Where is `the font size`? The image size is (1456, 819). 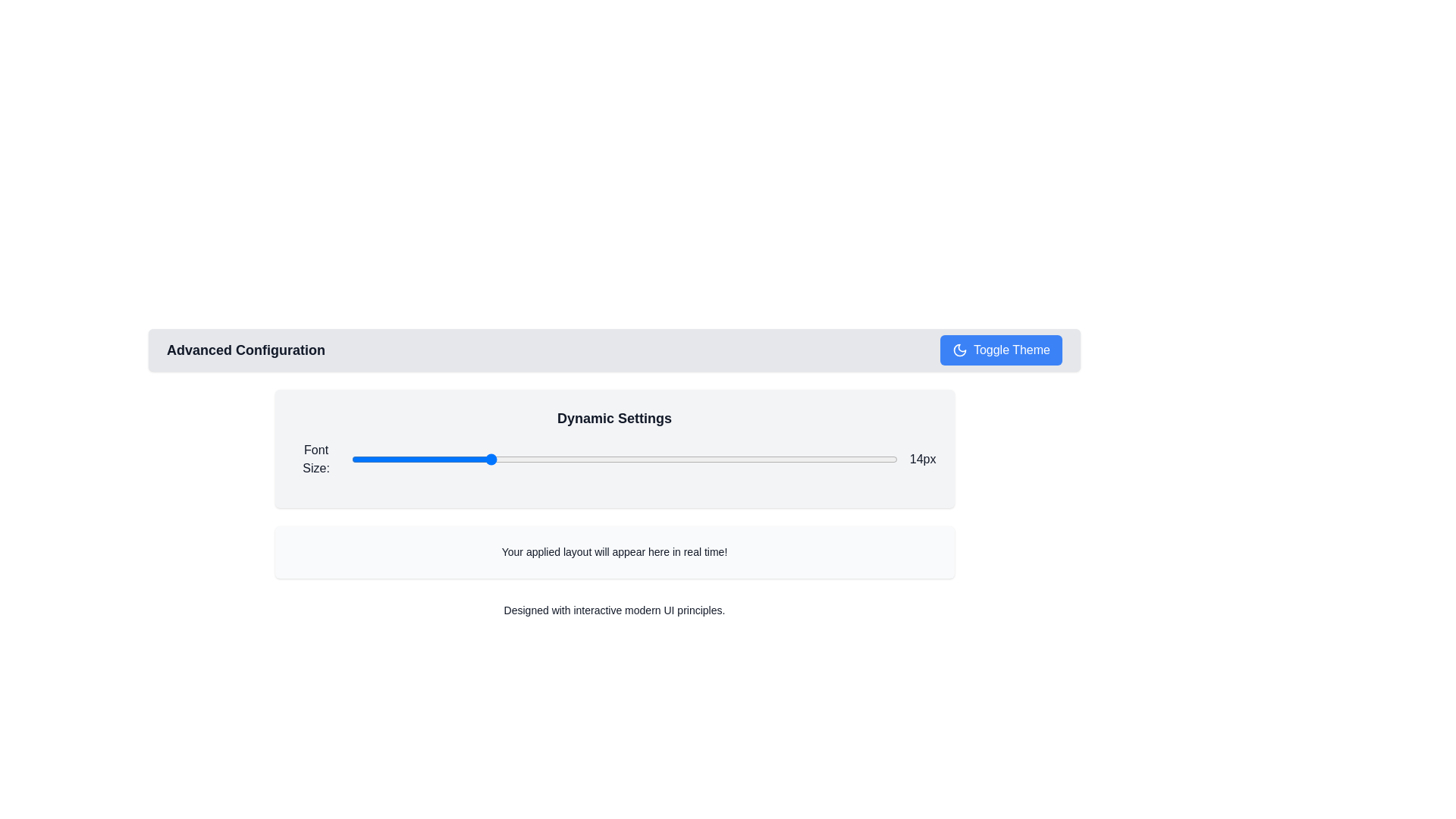
the font size is located at coordinates (350, 458).